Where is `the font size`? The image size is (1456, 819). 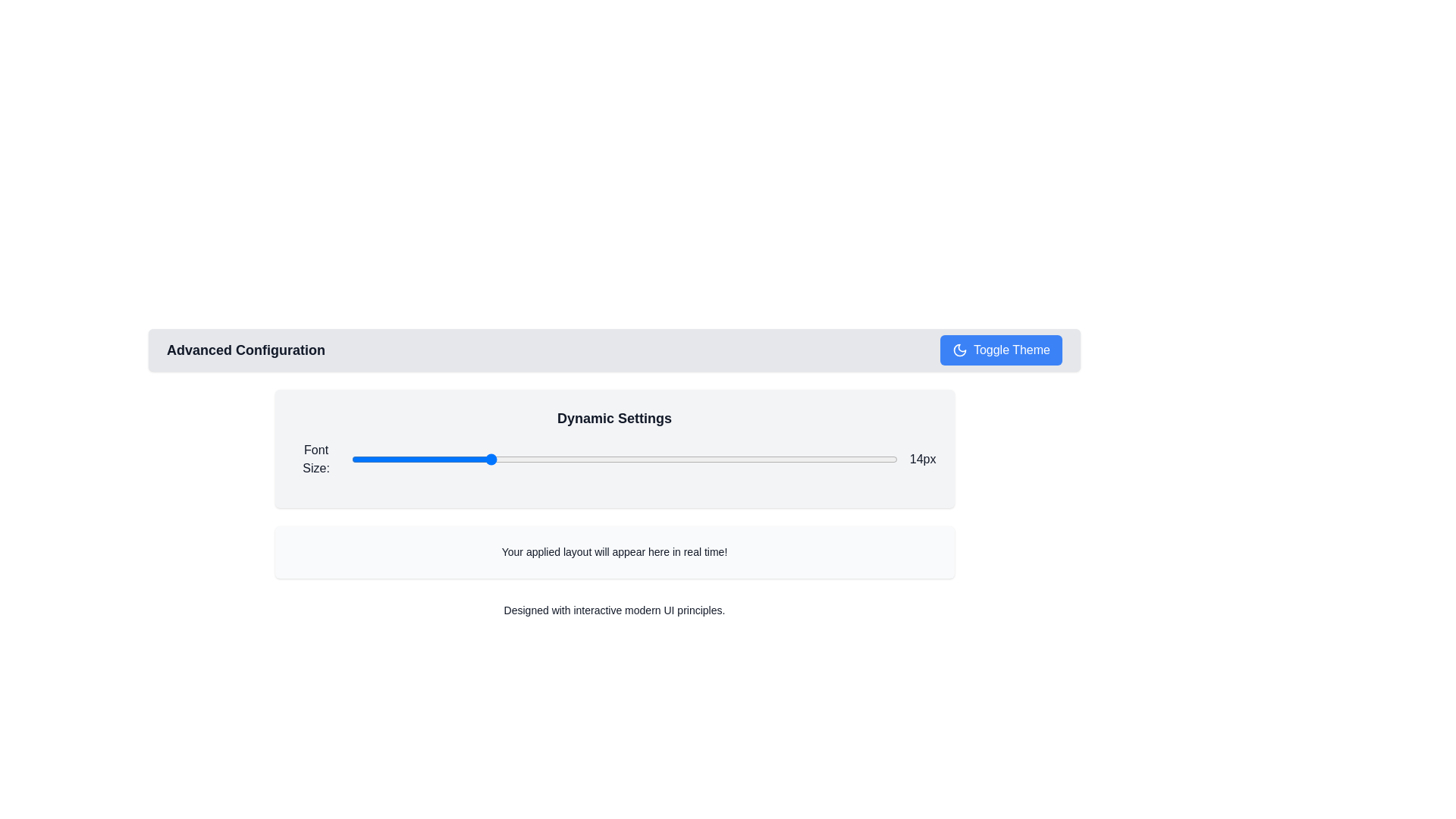
the font size is located at coordinates (350, 458).